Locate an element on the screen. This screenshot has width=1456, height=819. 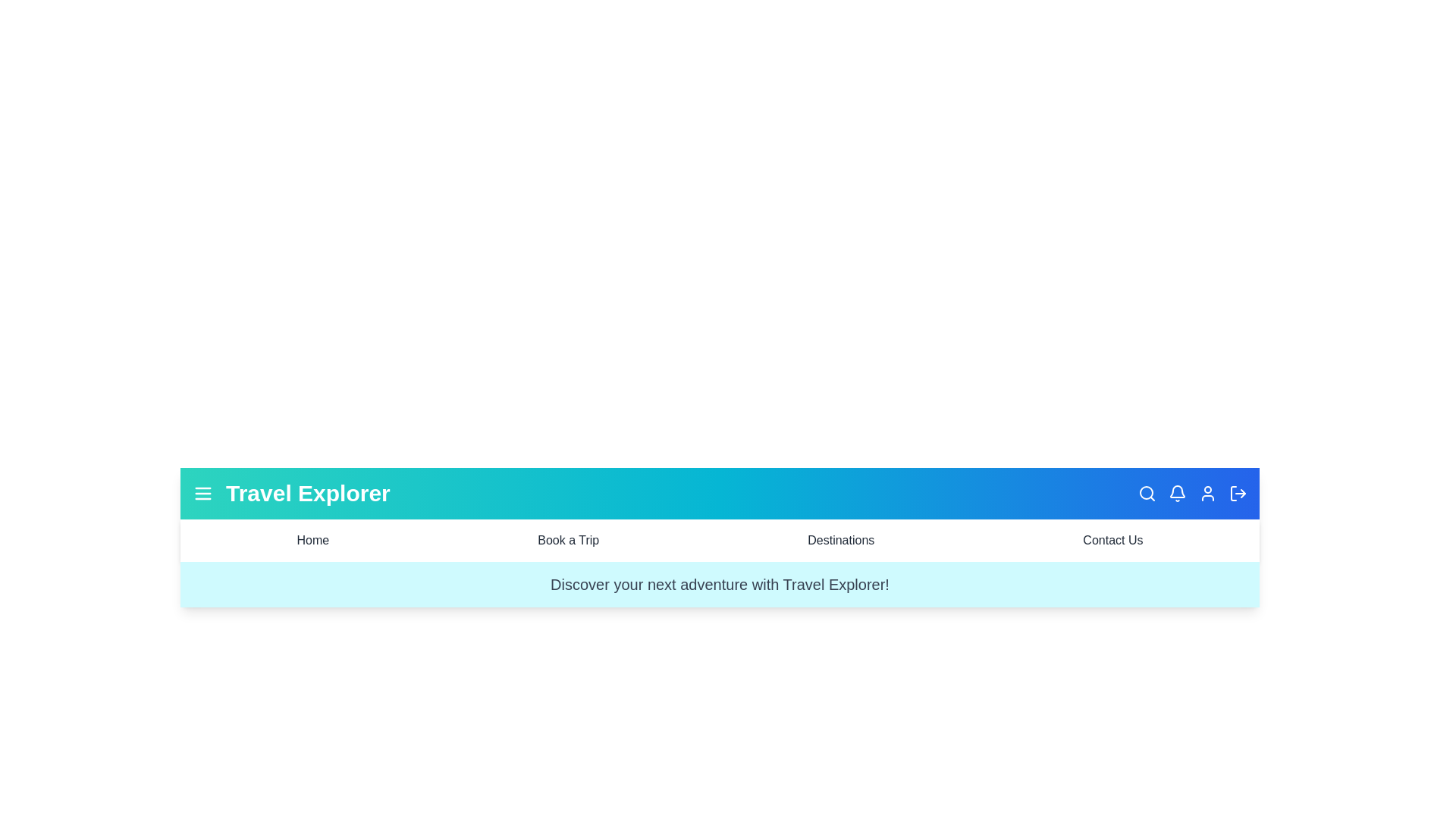
the navigation link labeled Contact Us is located at coordinates (1112, 540).